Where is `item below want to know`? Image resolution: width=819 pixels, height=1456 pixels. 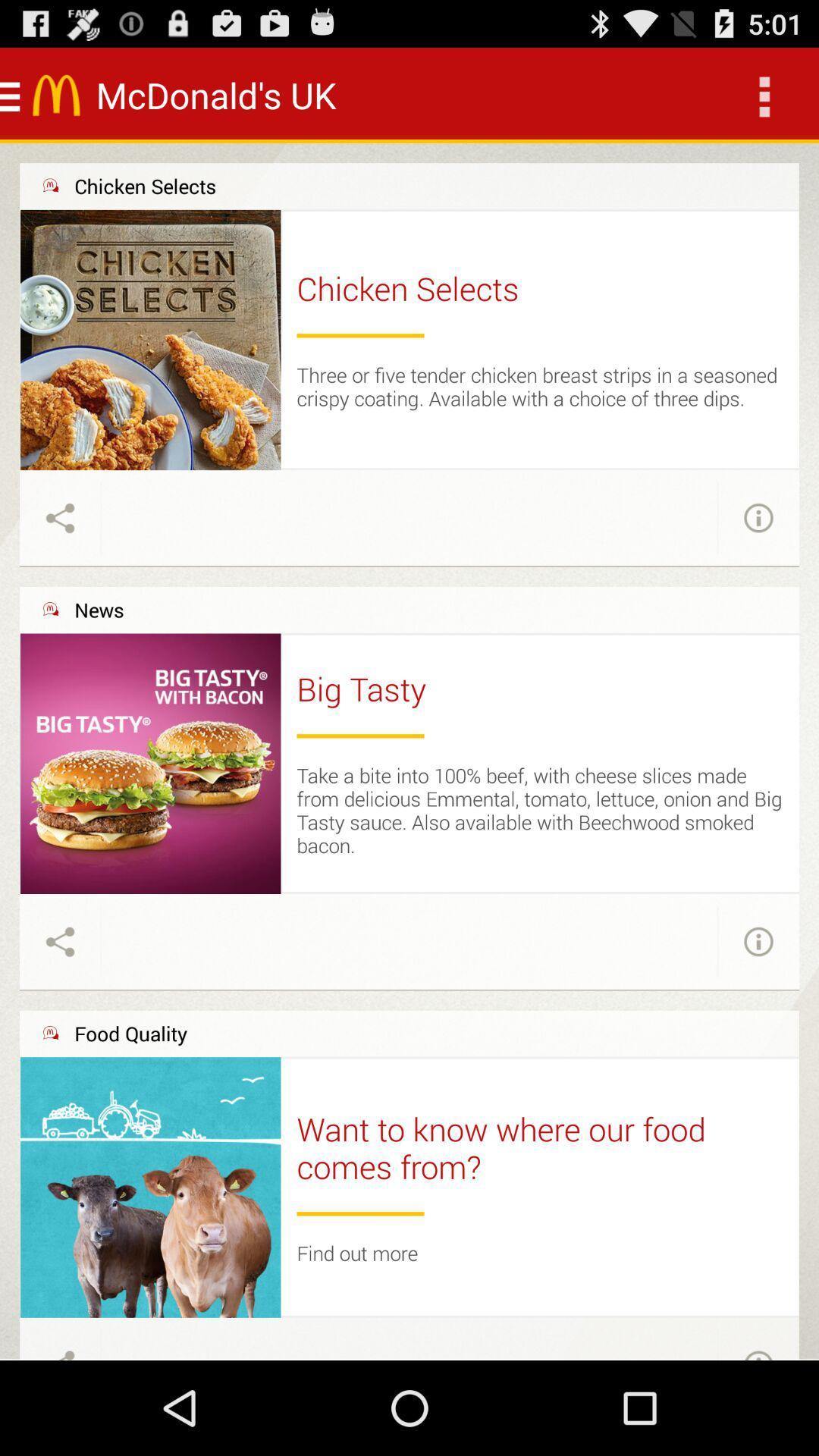 item below want to know is located at coordinates (360, 1213).